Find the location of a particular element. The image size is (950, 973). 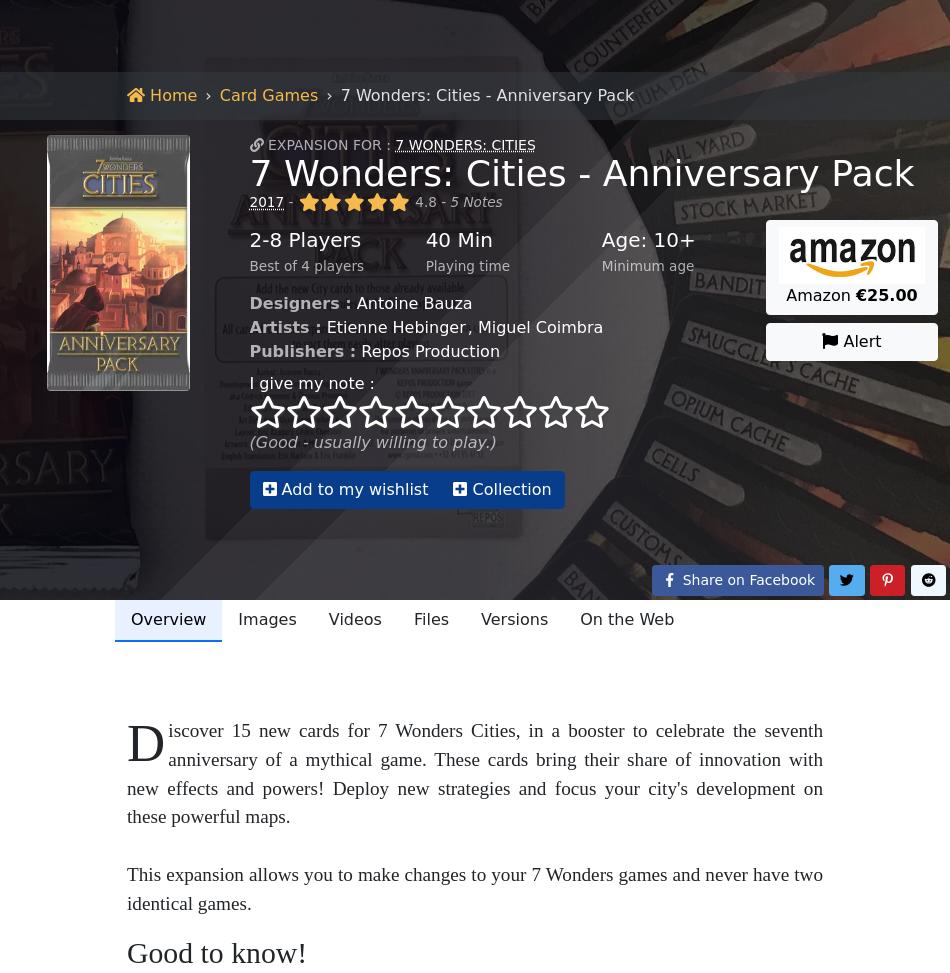

'7 Wonders - Cities Youtube' is located at coordinates (633, 155).